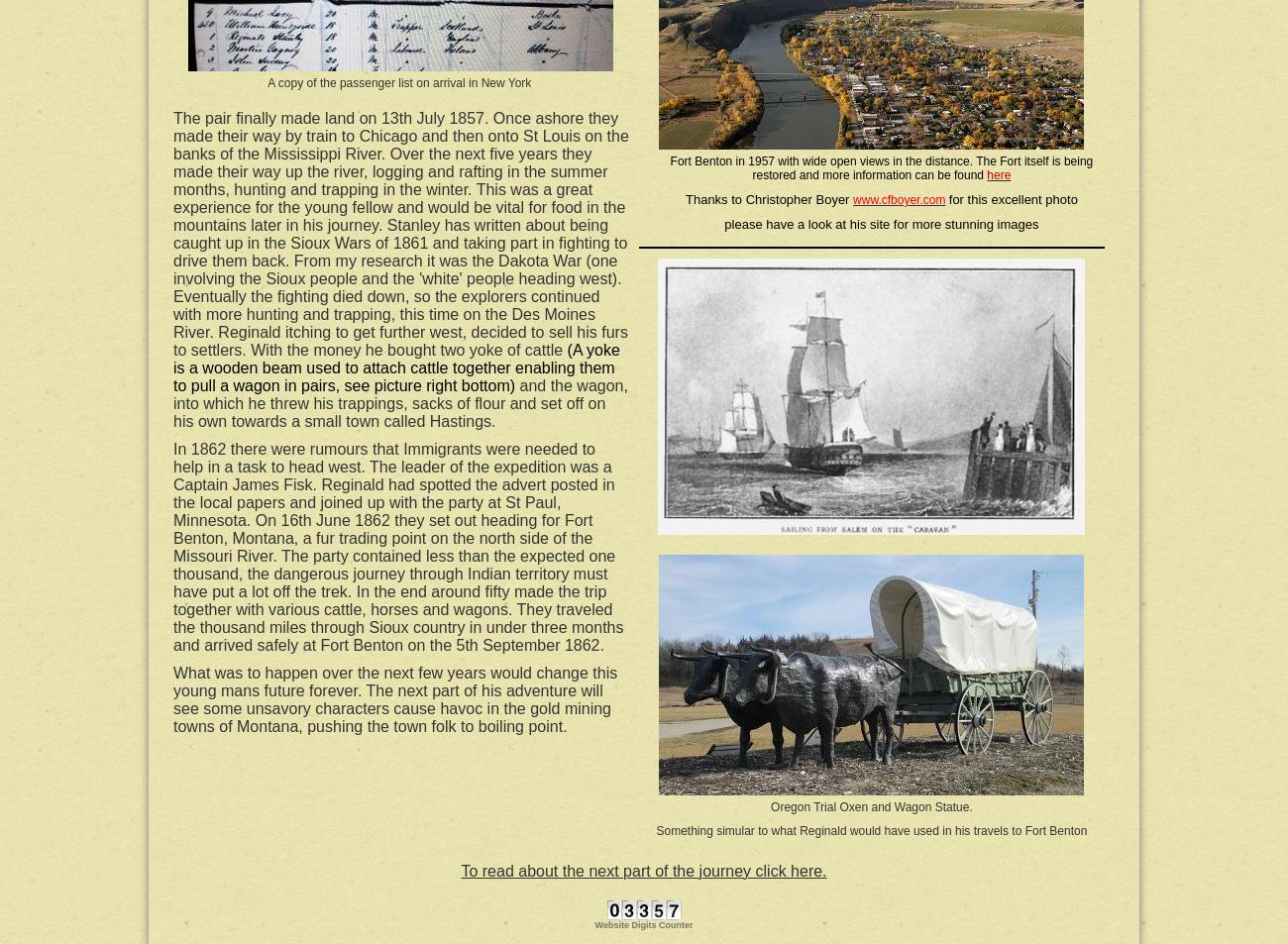  What do you see at coordinates (643, 870) in the screenshot?
I see `'To read about the next part of the journey click here.'` at bounding box center [643, 870].